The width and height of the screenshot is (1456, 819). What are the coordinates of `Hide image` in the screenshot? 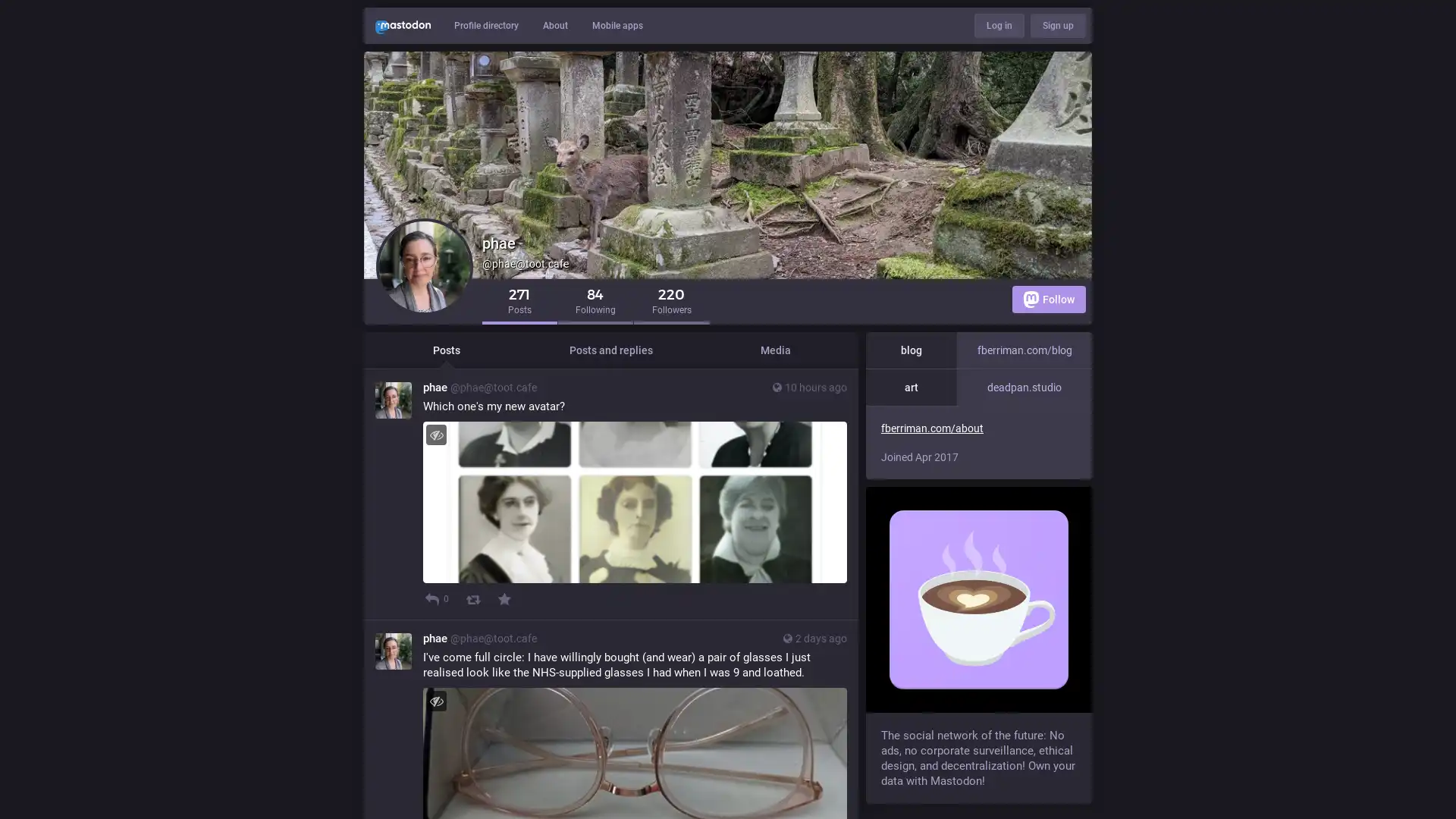 It's located at (435, 777).